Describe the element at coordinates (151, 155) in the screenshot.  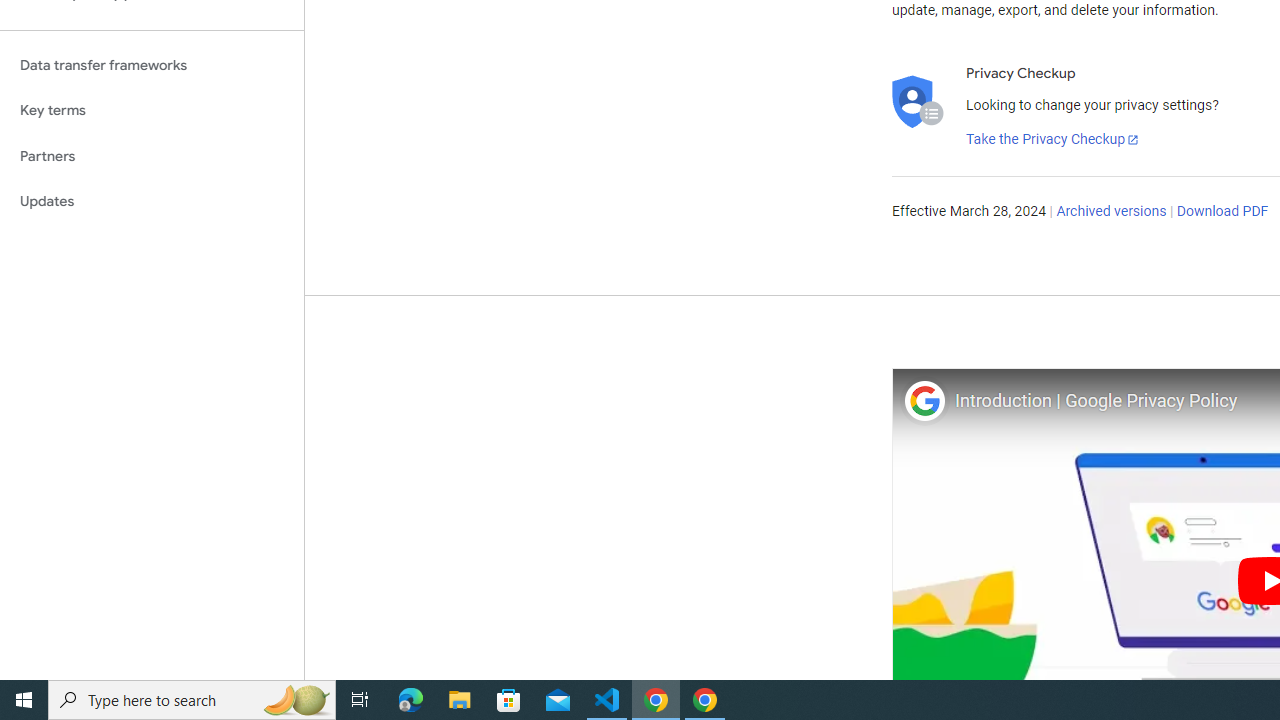
I see `'Partners'` at that location.